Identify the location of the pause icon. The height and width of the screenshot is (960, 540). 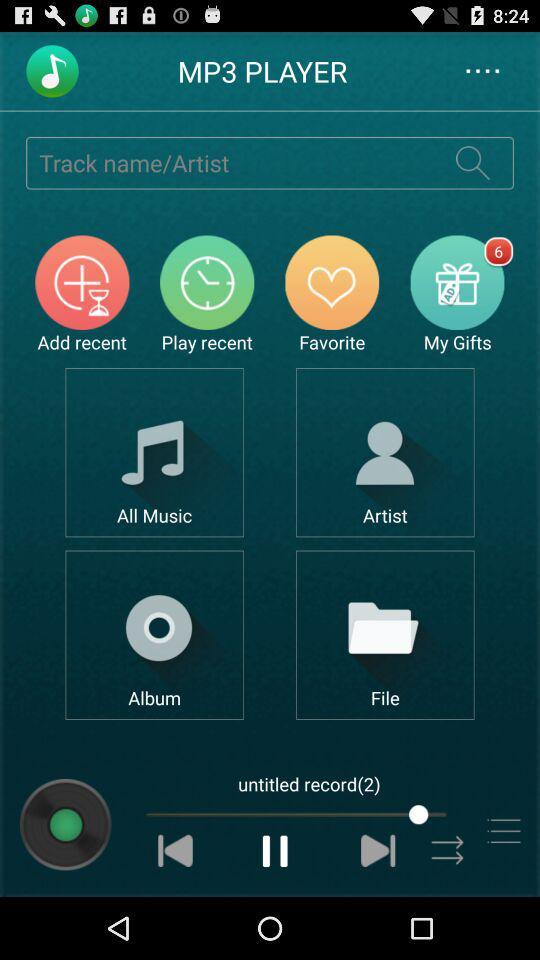
(275, 910).